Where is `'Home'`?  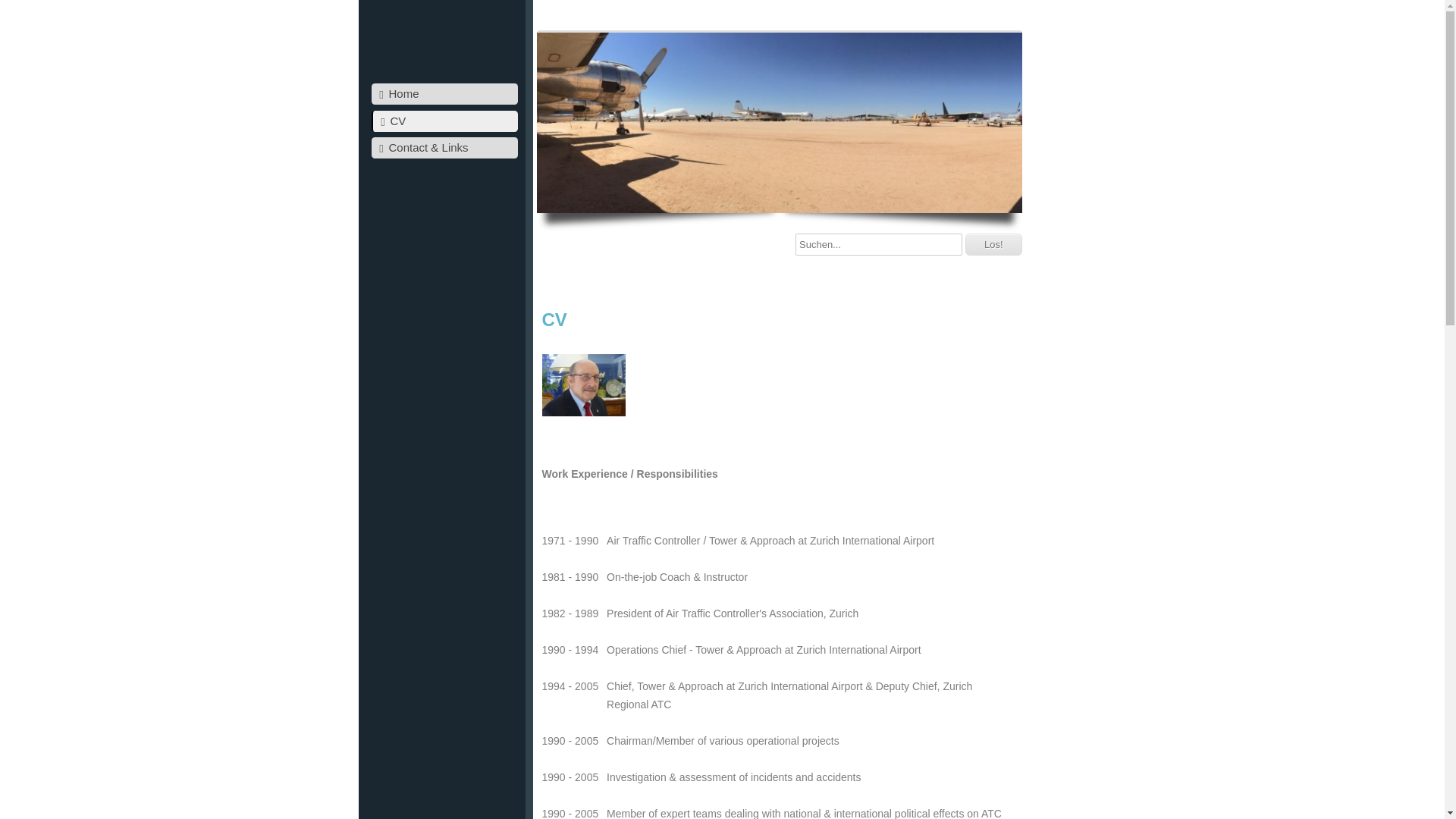
'Home' is located at coordinates (371, 93).